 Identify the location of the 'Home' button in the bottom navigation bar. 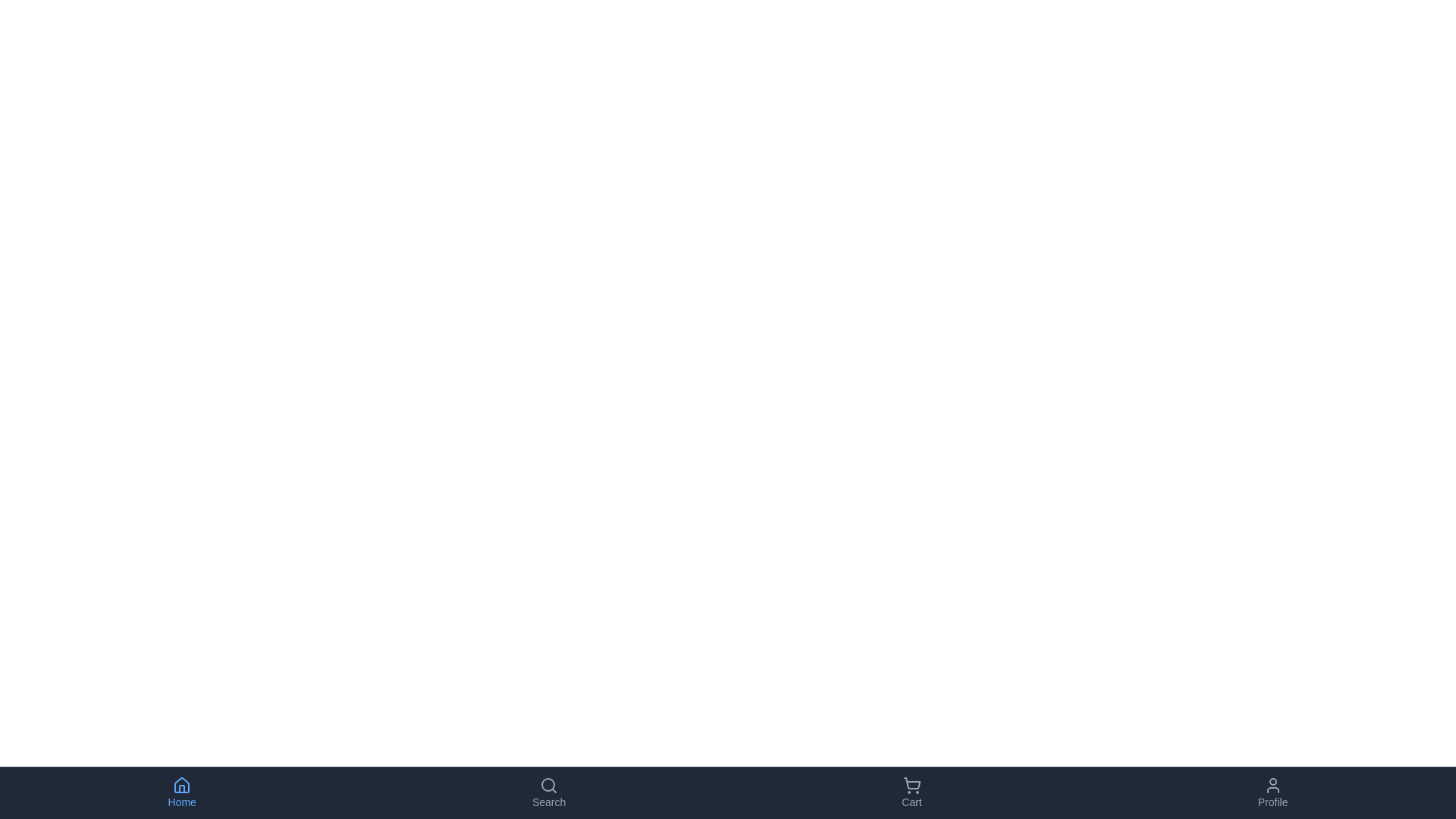
(182, 792).